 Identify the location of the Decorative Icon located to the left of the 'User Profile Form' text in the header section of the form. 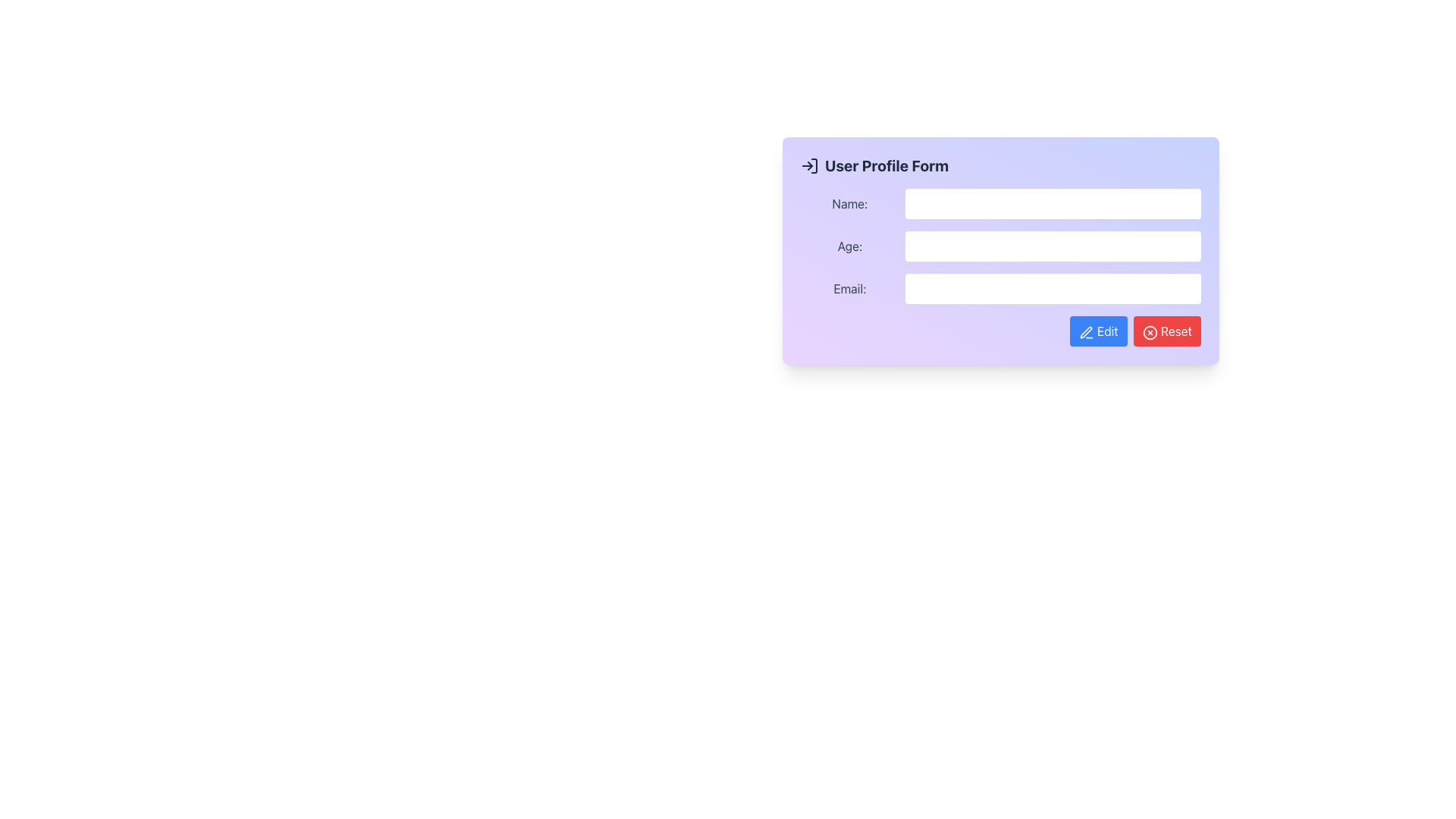
(809, 166).